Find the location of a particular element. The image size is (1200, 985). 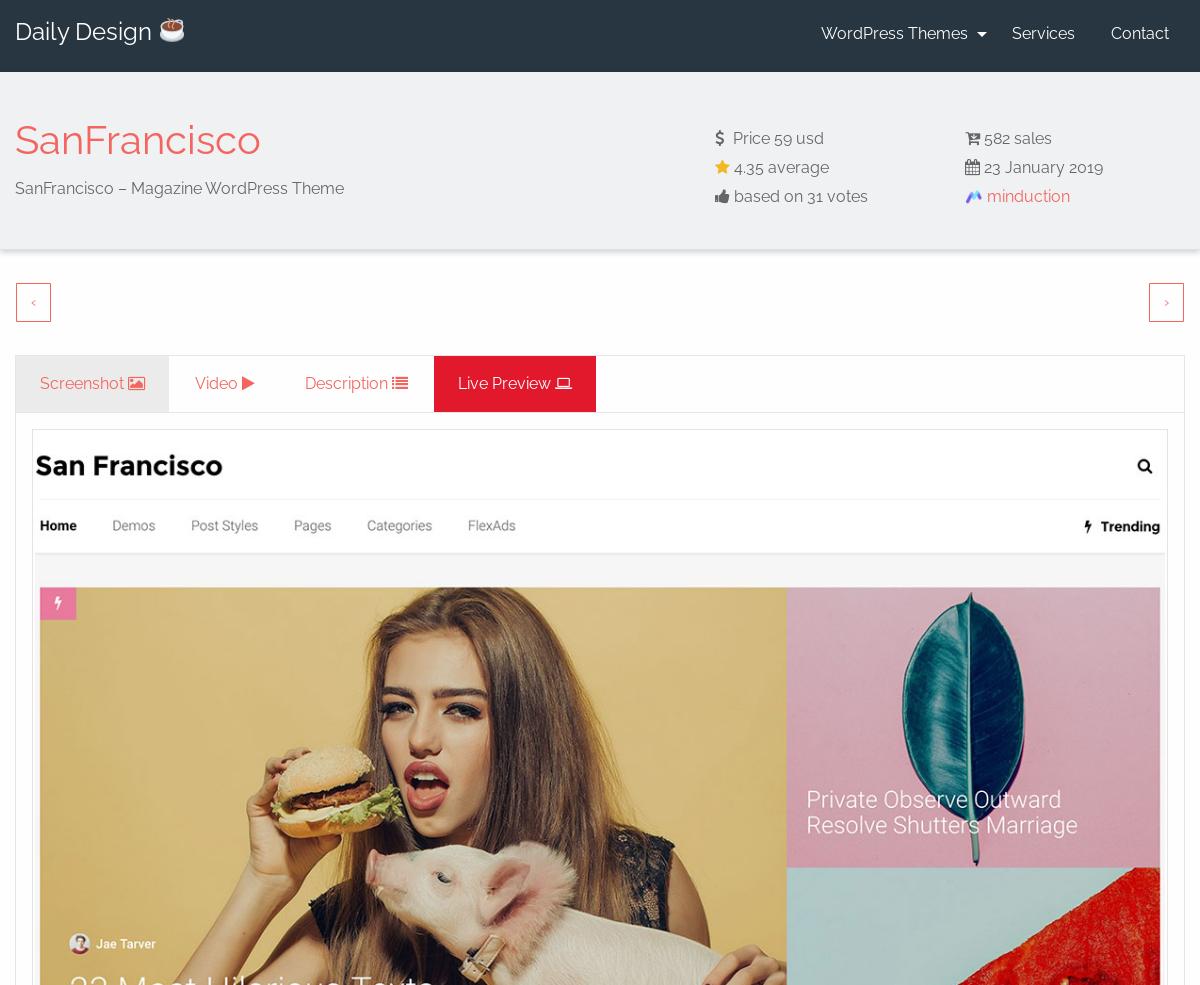

'Video' is located at coordinates (215, 383).